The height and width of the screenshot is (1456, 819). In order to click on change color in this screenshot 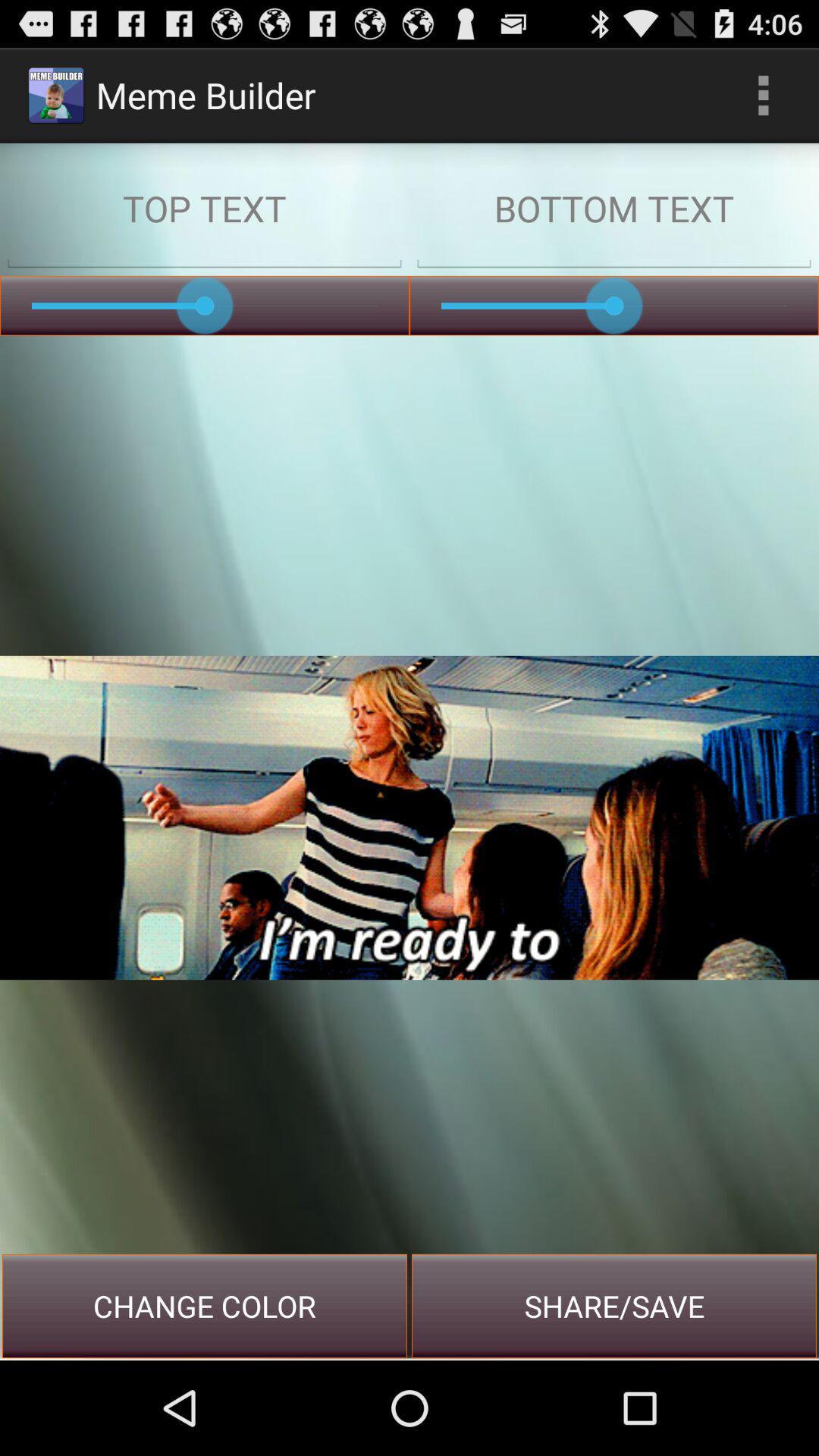, I will do `click(205, 1305)`.